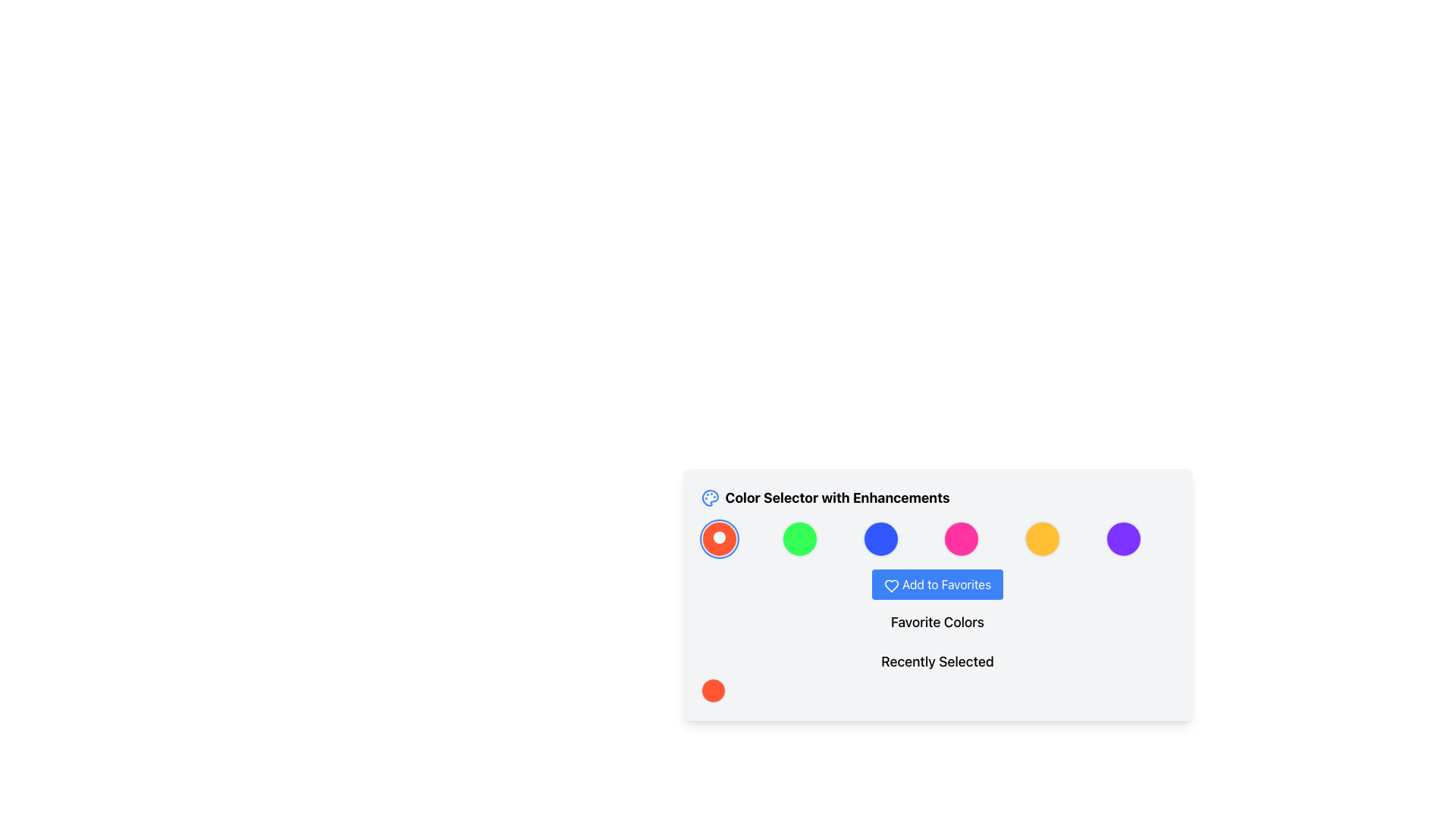  What do you see at coordinates (1042, 538) in the screenshot?
I see `the circular yellow button in the 'Color Selector with Enhancements' section` at bounding box center [1042, 538].